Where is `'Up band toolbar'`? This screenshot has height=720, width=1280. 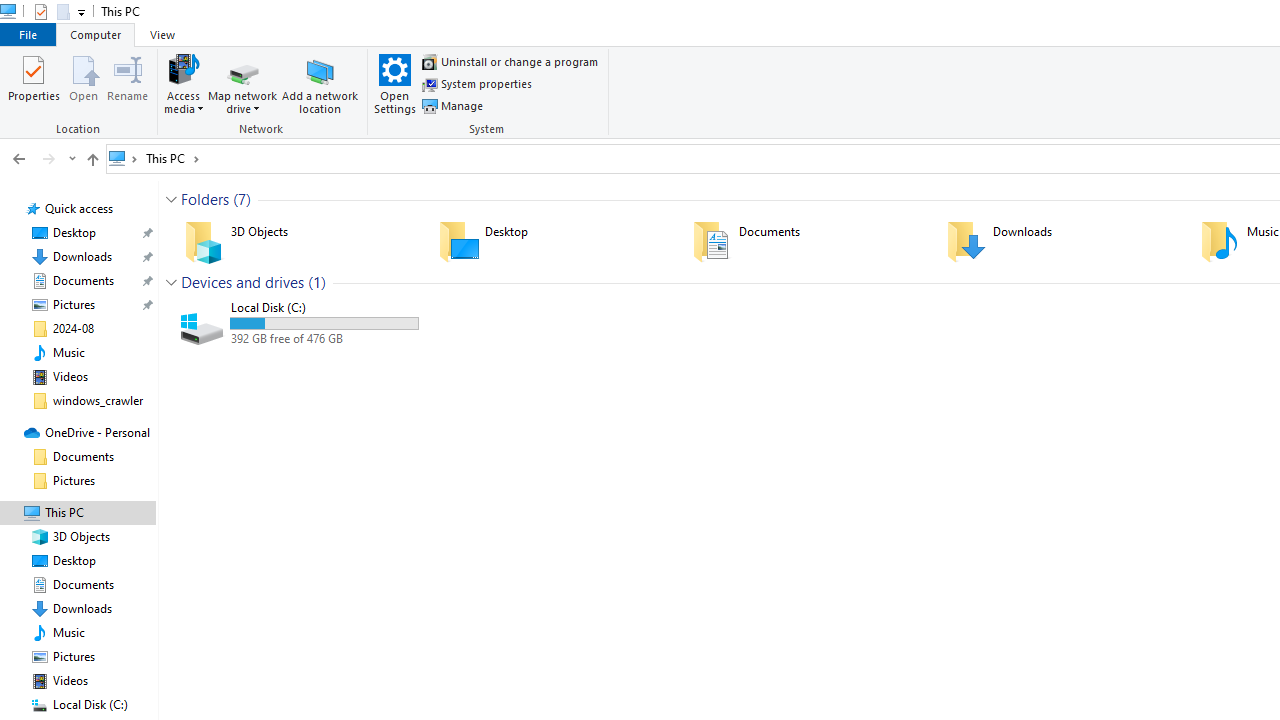
'Up band toolbar' is located at coordinates (91, 161).